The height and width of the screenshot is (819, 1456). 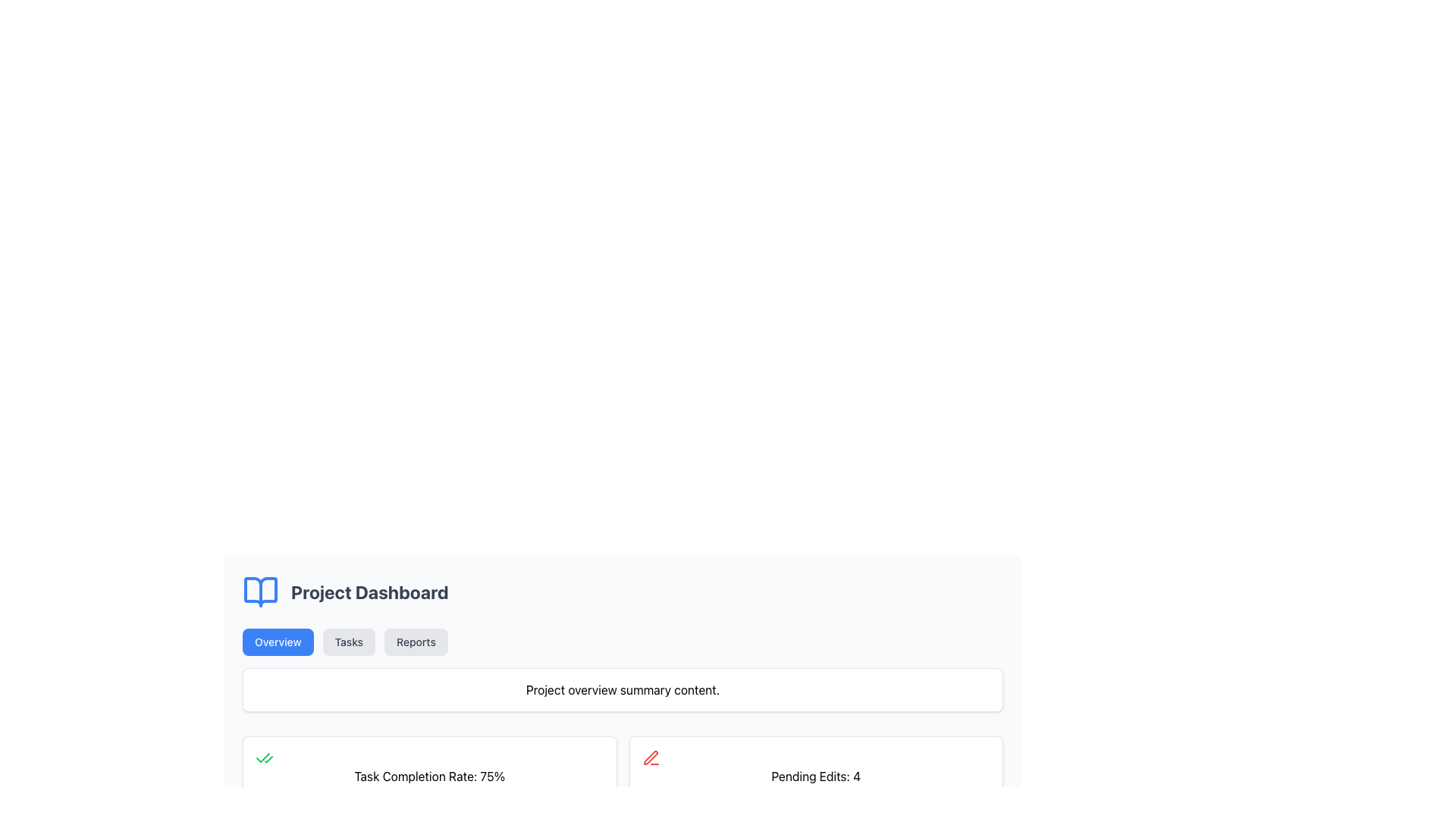 What do you see at coordinates (348, 642) in the screenshot?
I see `the 'Tasks' button, which is the second button in a horizontal arrangement below the 'Project Dashboard' header, to potentially see a tooltip` at bounding box center [348, 642].